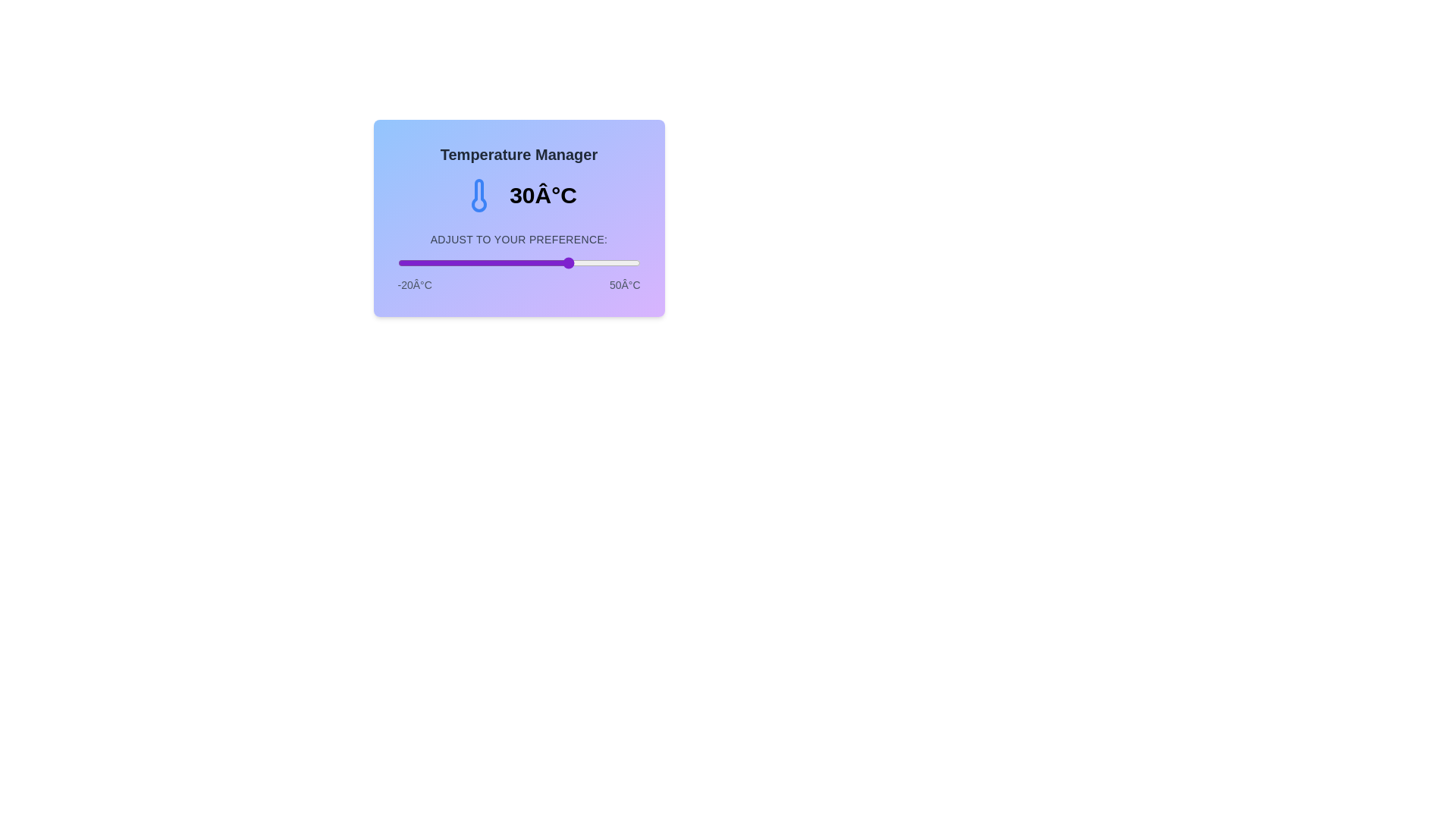  What do you see at coordinates (408, 262) in the screenshot?
I see `the temperature to -17 degrees Celsius by dragging the slider` at bounding box center [408, 262].